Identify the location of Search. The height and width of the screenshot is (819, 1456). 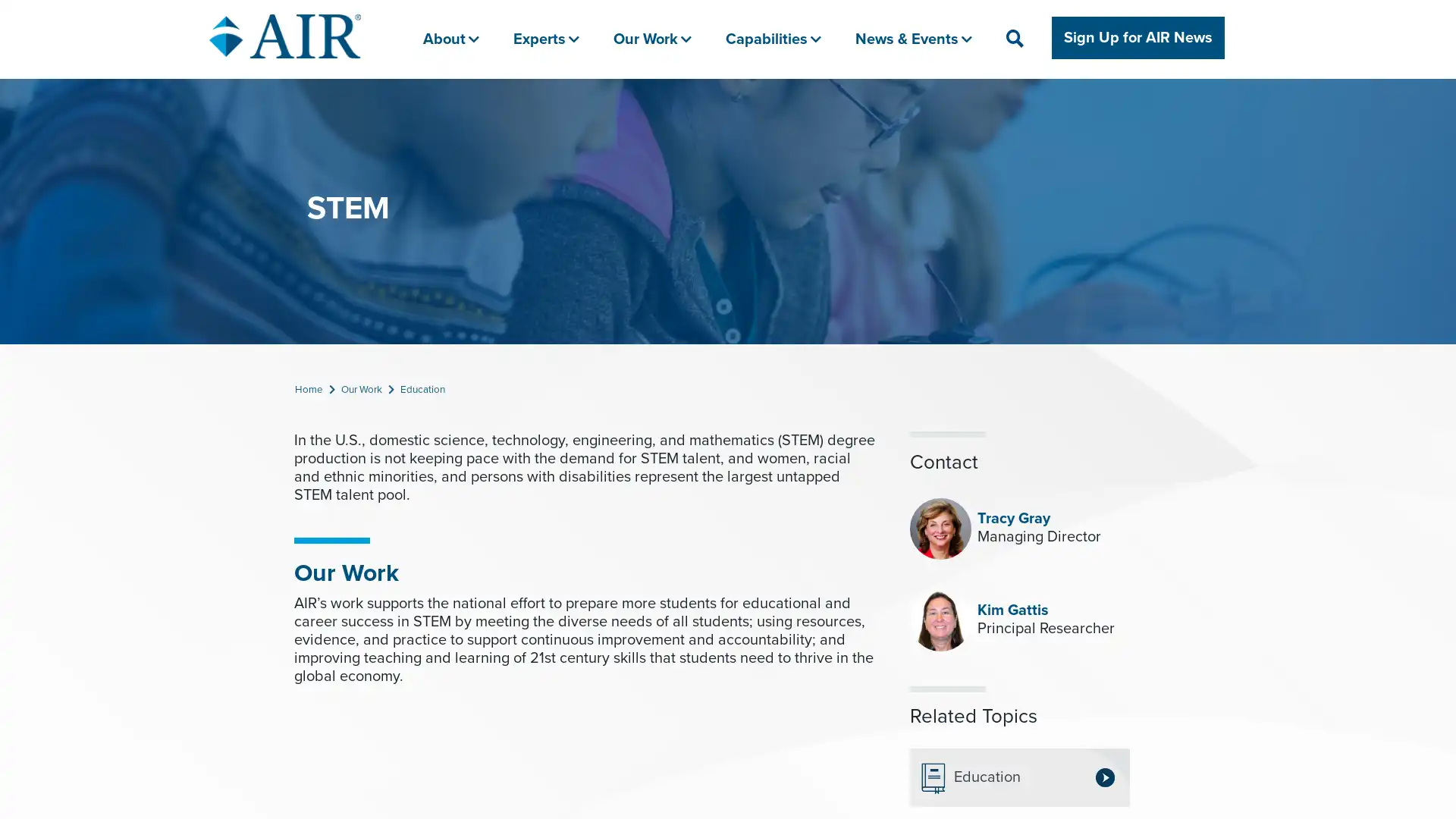
(1074, 104).